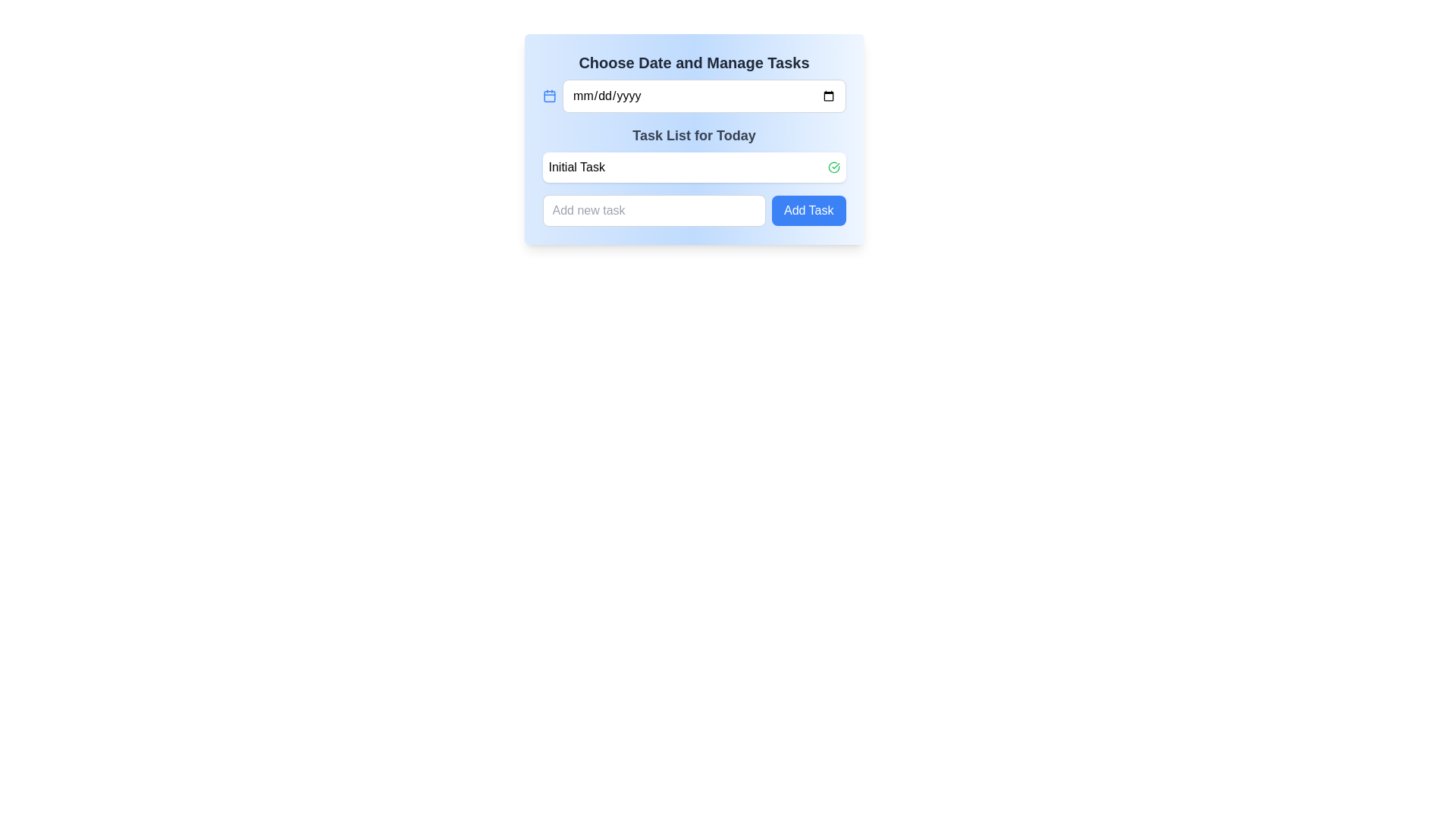 The width and height of the screenshot is (1456, 819). Describe the element at coordinates (548, 96) in the screenshot. I see `the main body of the calendar icon, which is a light blue rectangular component with rounded corners located centrally within the calendar icon on the left side of the date input field in the 'Choose Date and Manage Tasks' panel` at that location.